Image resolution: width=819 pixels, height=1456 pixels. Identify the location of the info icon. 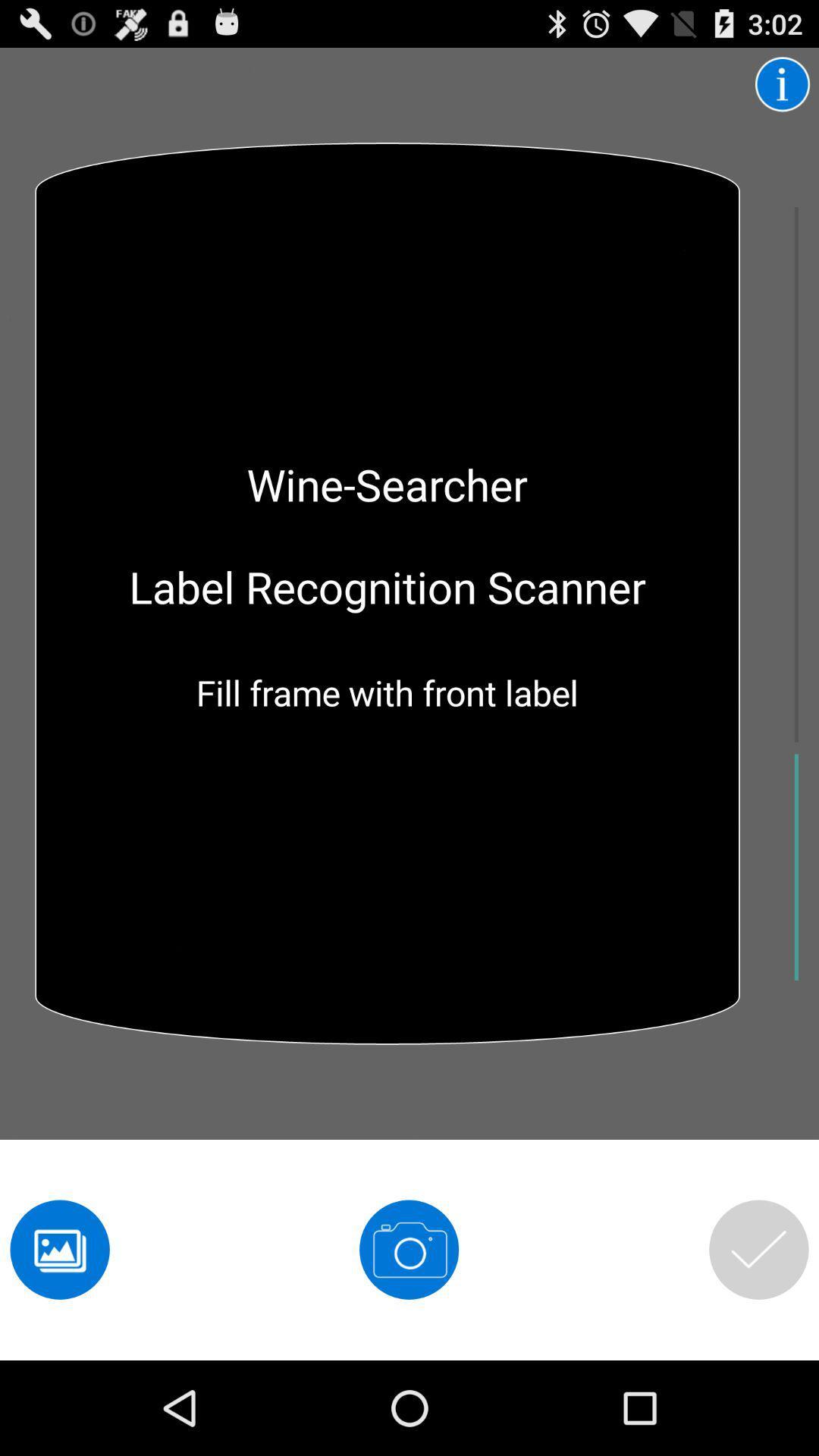
(783, 89).